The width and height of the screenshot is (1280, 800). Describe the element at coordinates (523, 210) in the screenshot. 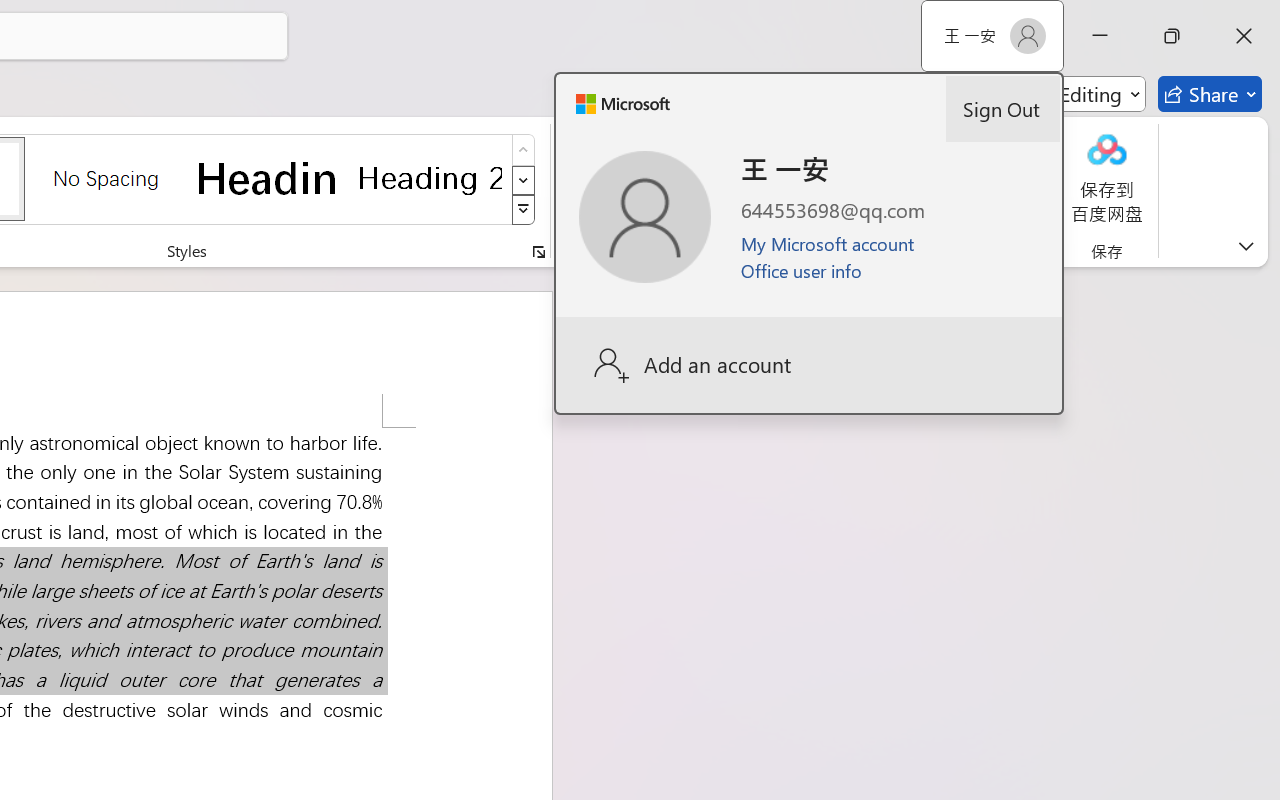

I see `'Styles'` at that location.